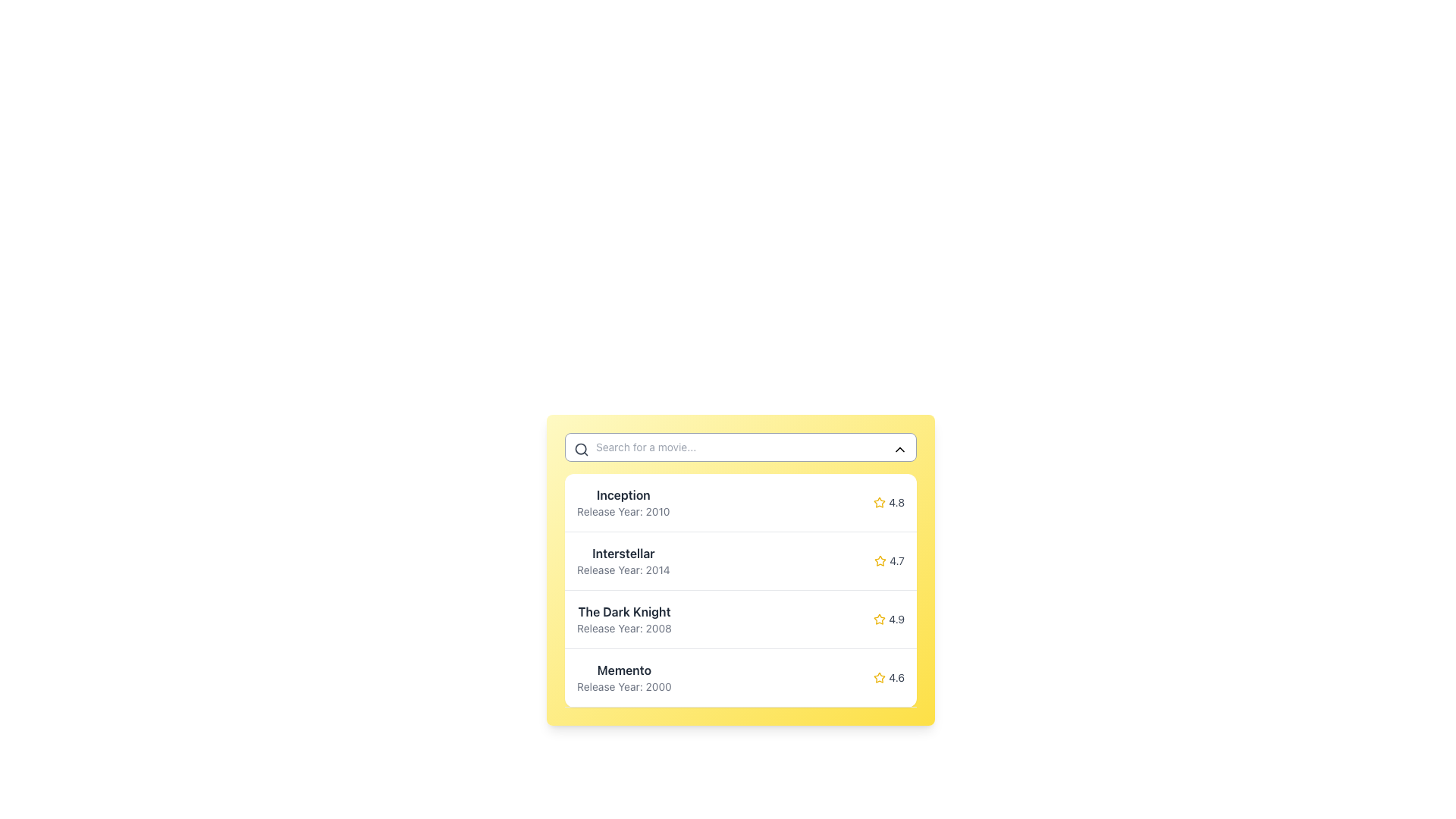 The width and height of the screenshot is (1456, 819). What do you see at coordinates (623, 494) in the screenshot?
I see `the Text Label displaying the title of the movie 'Inception', which is located in the first card of the movie list above the text 'Release Year: 2010'` at bounding box center [623, 494].